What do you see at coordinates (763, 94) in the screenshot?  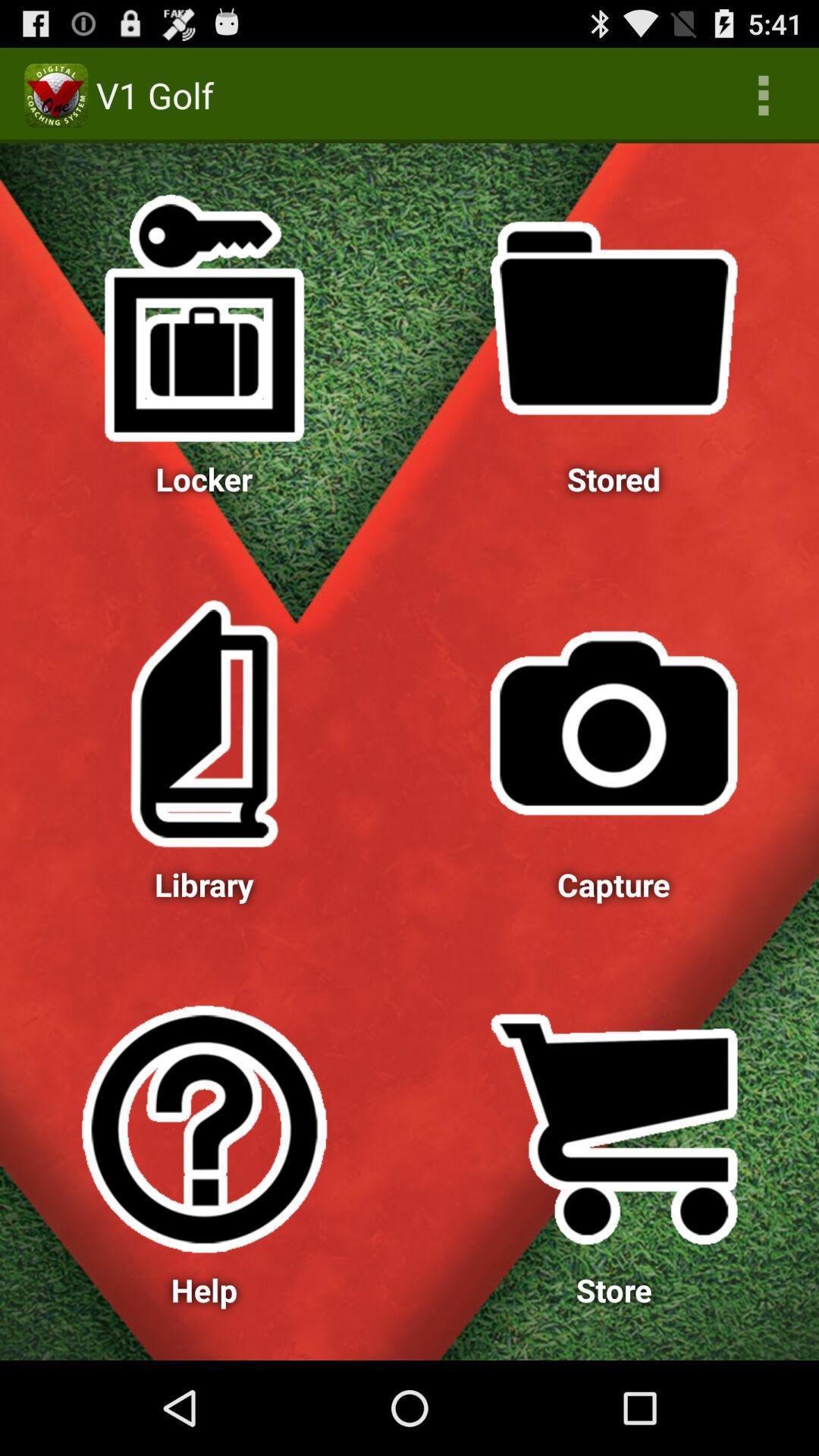 I see `icon next to v1 golf icon` at bounding box center [763, 94].